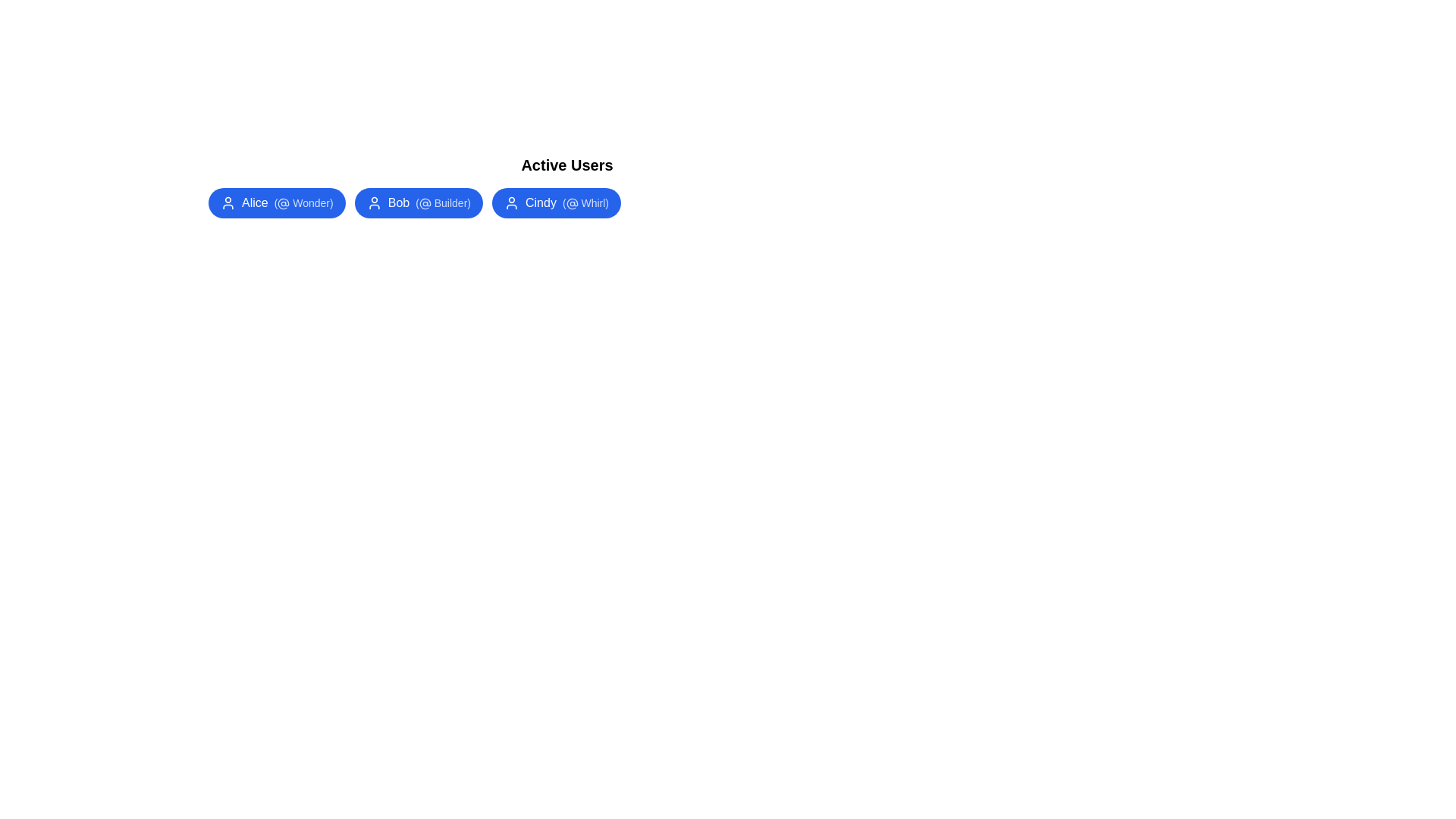 The width and height of the screenshot is (1456, 819). Describe the element at coordinates (419, 202) in the screenshot. I see `the user chip labeled Bob` at that location.